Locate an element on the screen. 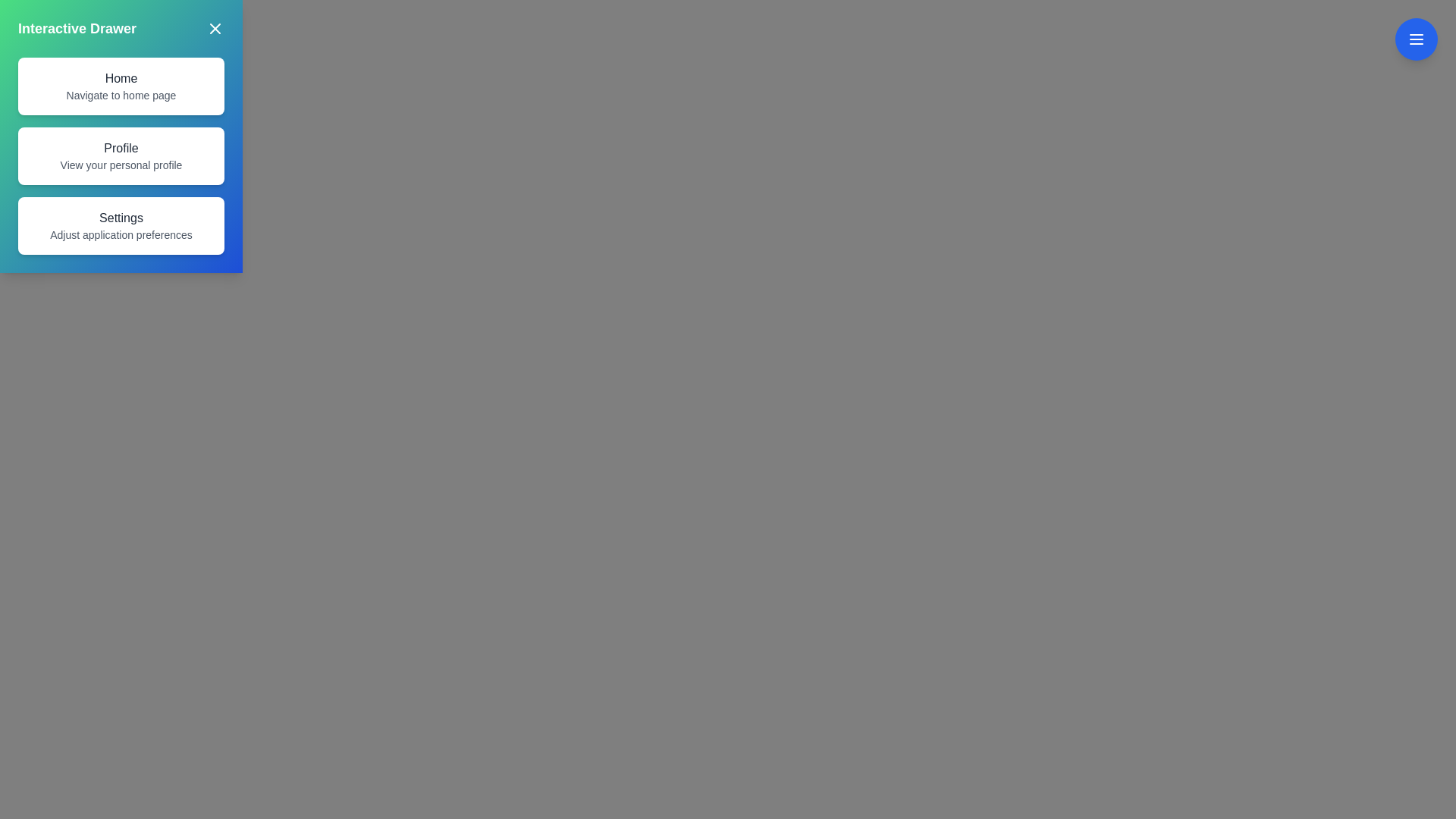 The height and width of the screenshot is (819, 1456). the menu item button located in the navigation drawer, which is the first option under the title 'Interactive Drawer' is located at coordinates (120, 86).